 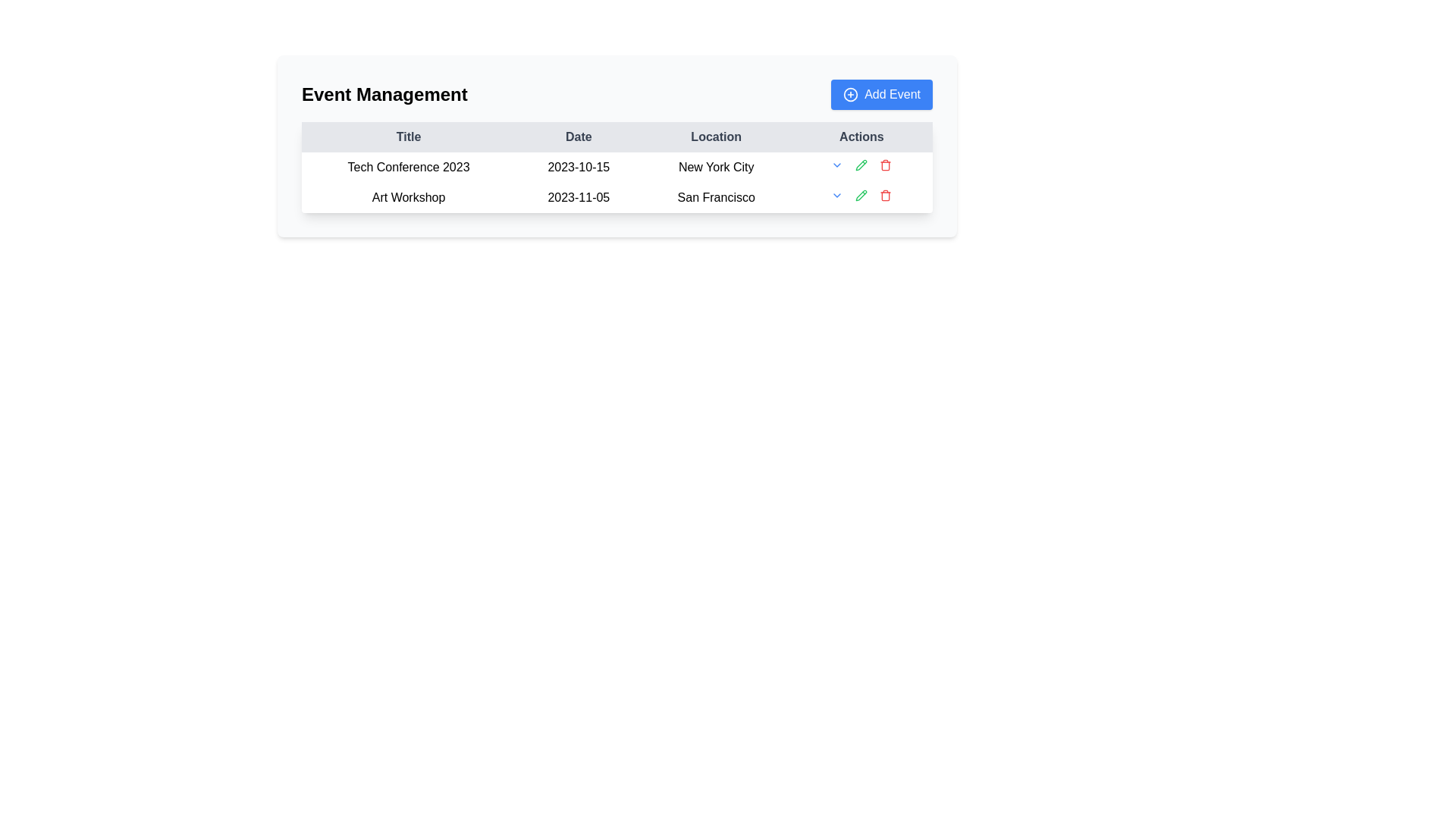 What do you see at coordinates (715, 167) in the screenshot?
I see `the text label displaying 'New York City' located in the third column of the first row in the table-like structure, following the date '2023-10-15'` at bounding box center [715, 167].